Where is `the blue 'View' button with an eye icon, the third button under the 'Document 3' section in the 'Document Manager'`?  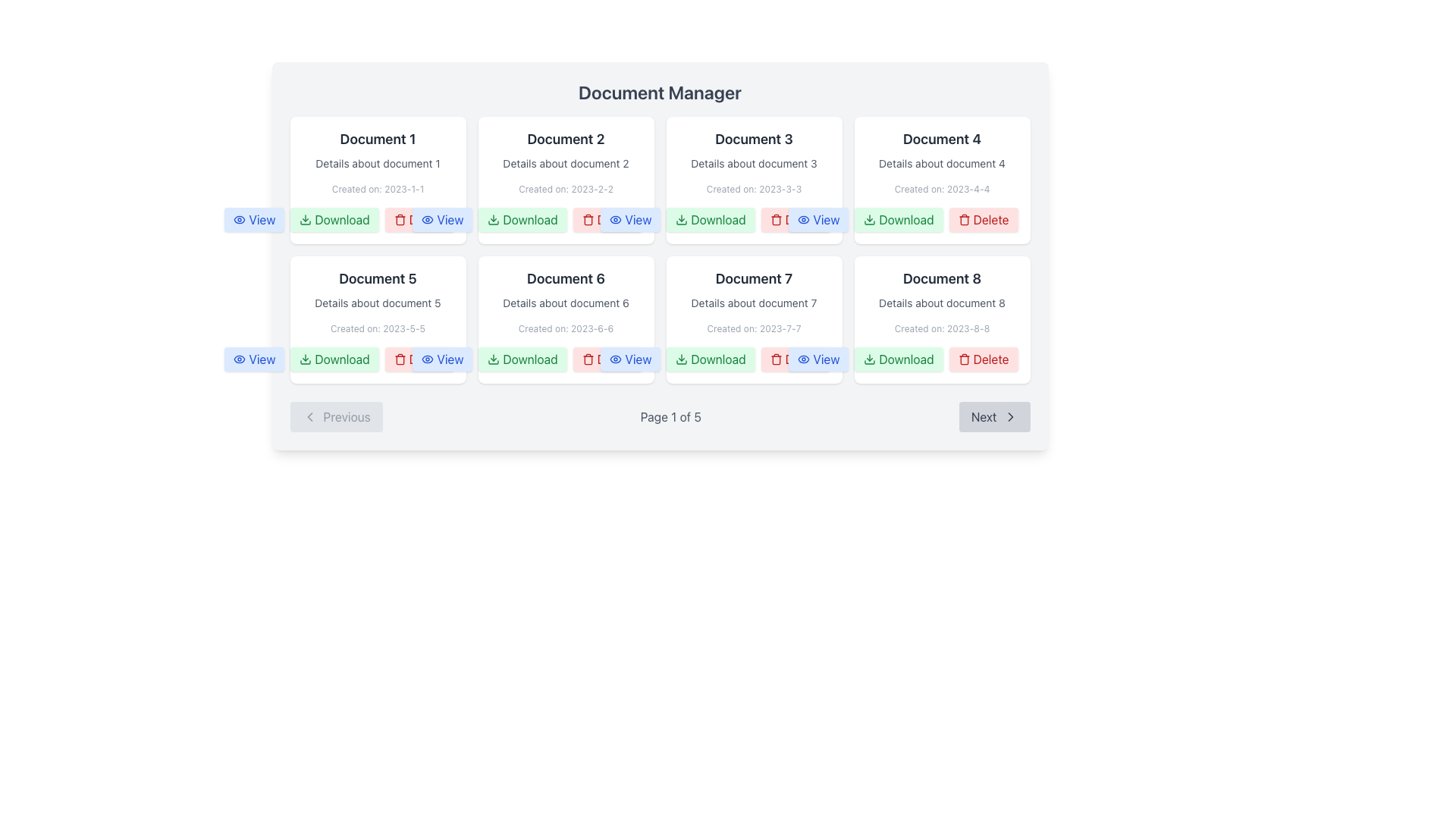
the blue 'View' button with an eye icon, the third button under the 'Document 3' section in the 'Document Manager' is located at coordinates (441, 219).